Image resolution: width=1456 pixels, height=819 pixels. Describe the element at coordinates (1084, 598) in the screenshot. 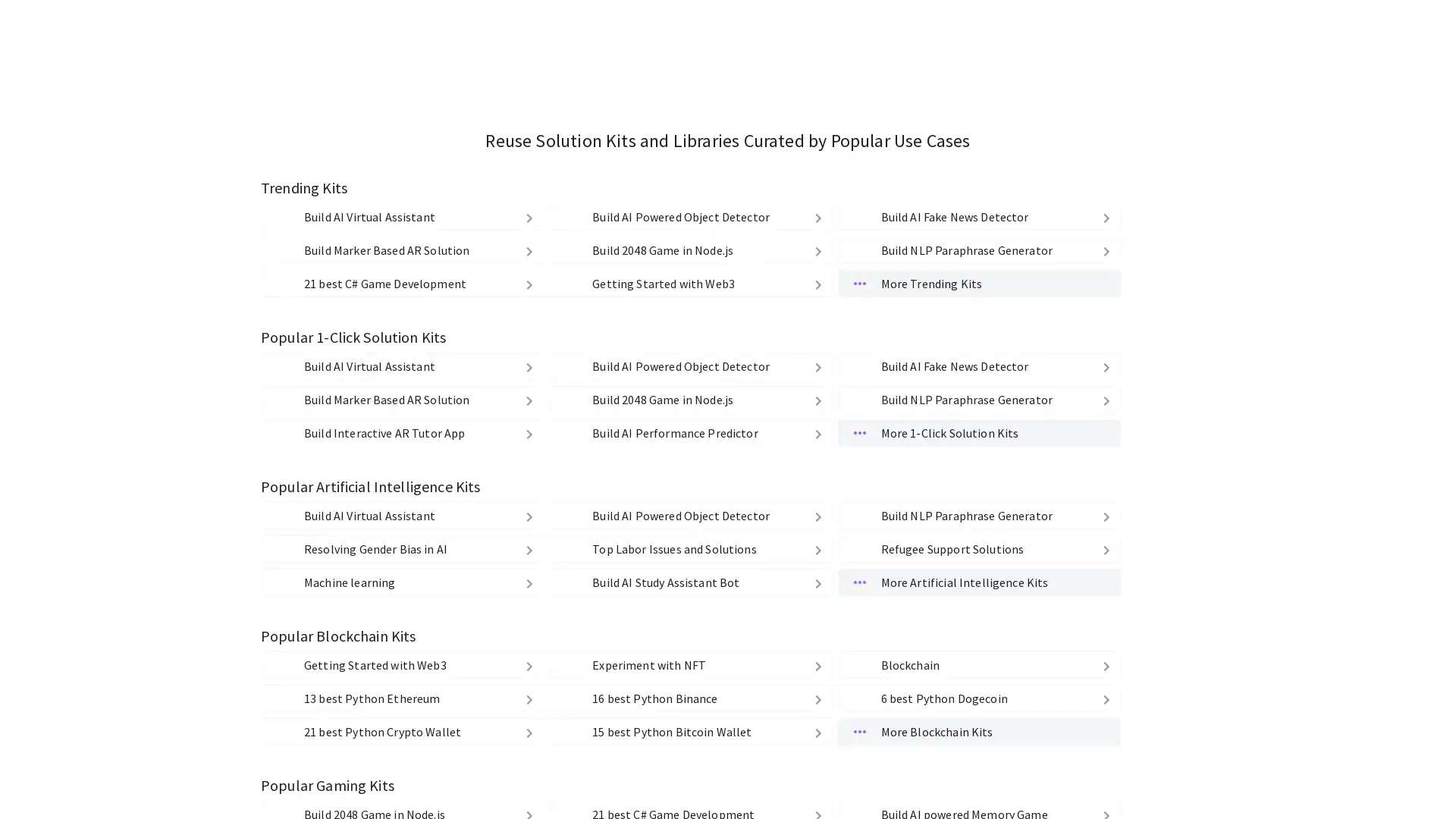

I see `delete` at that location.